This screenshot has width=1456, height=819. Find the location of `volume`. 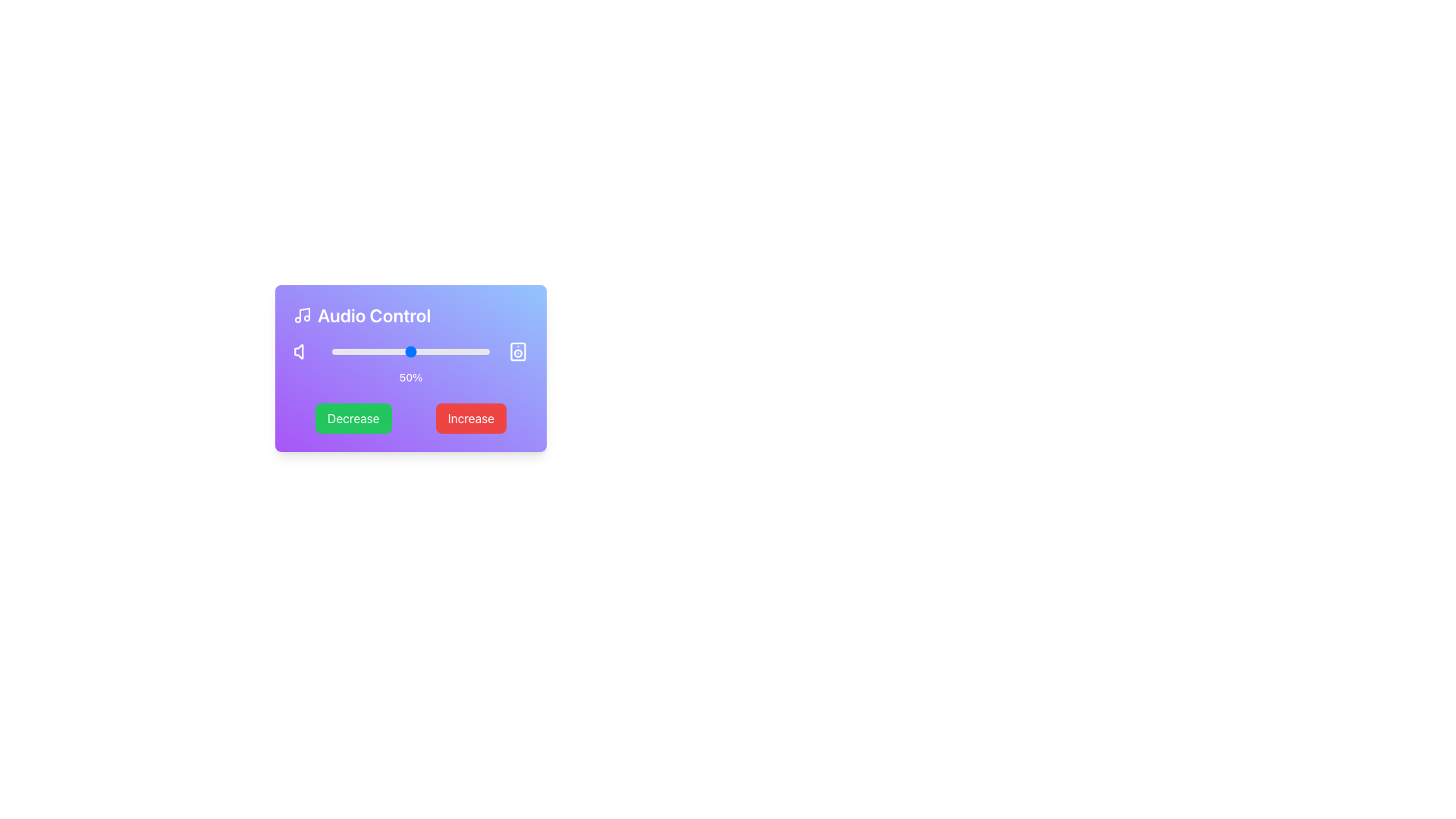

volume is located at coordinates (479, 351).